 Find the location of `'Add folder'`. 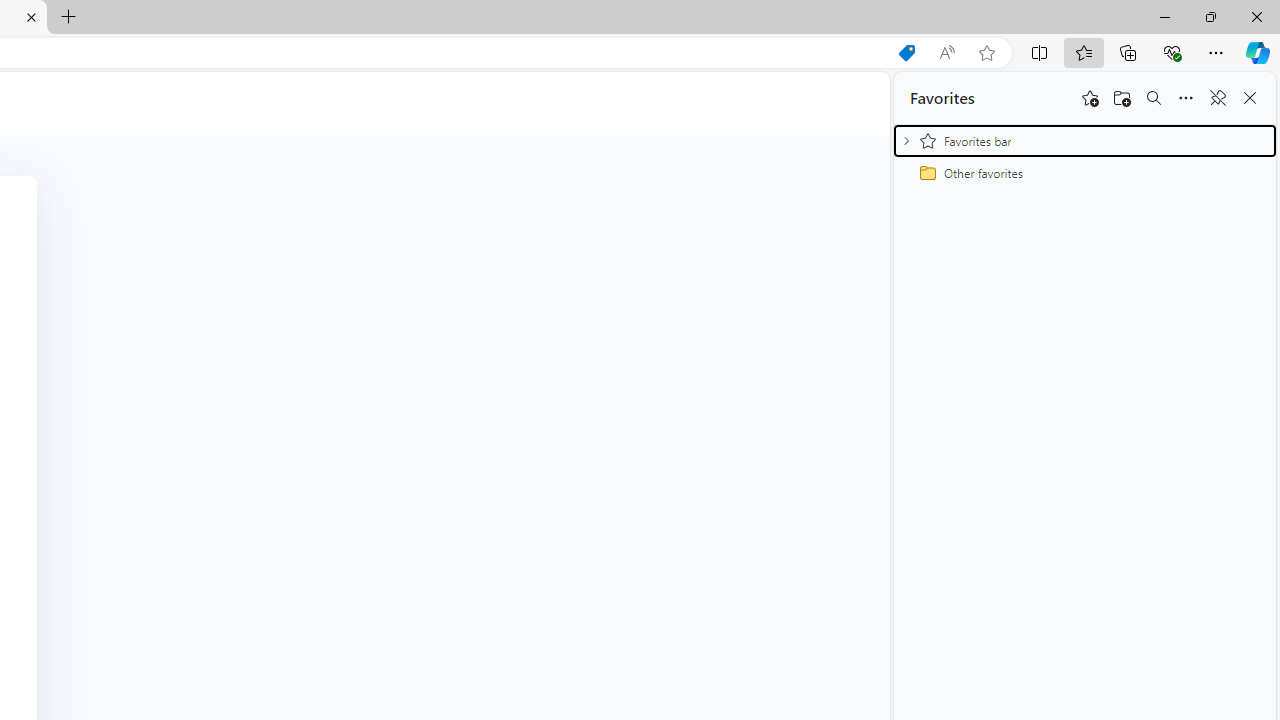

'Add folder' is located at coordinates (1122, 98).